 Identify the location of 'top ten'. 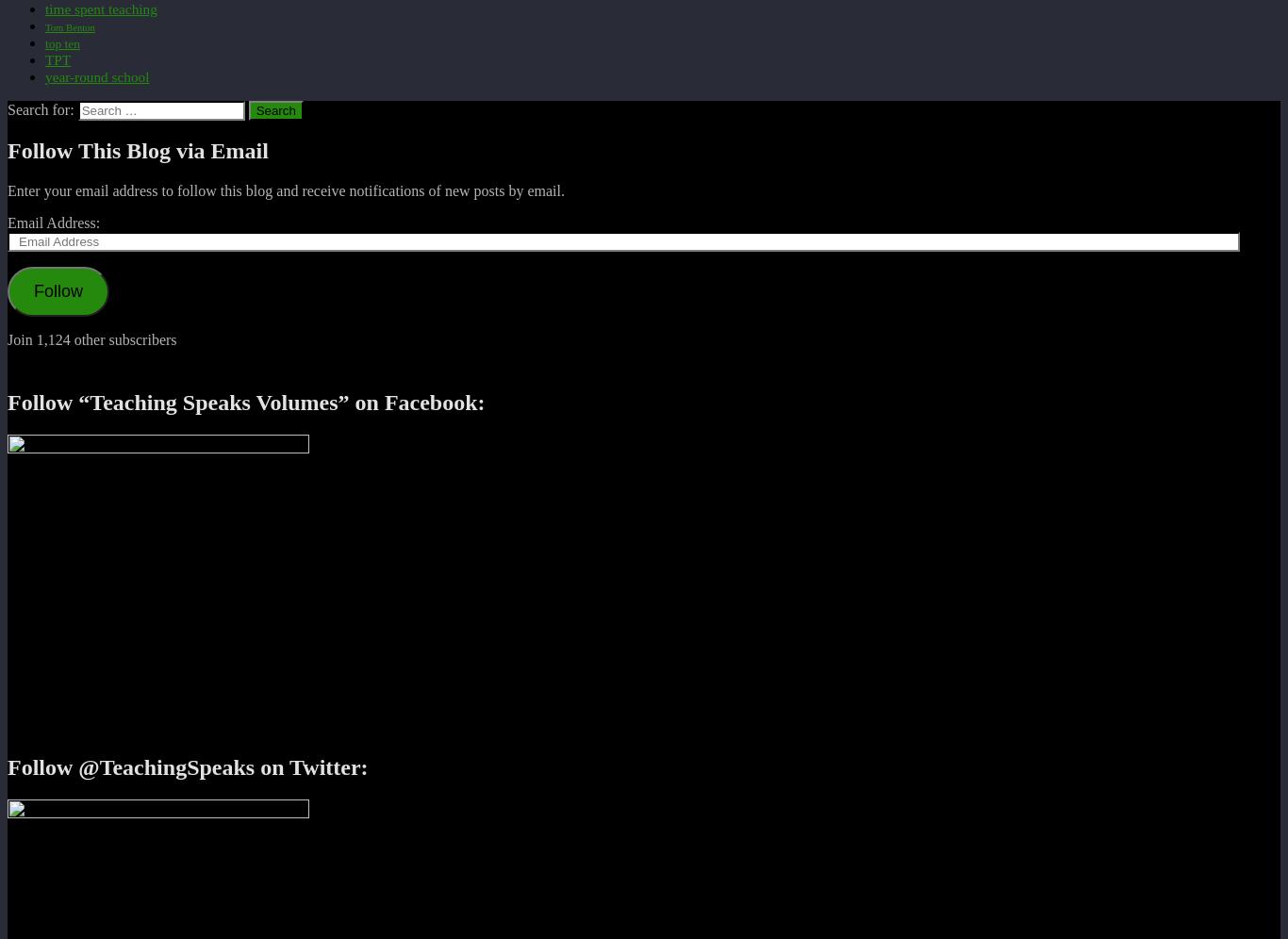
(61, 41).